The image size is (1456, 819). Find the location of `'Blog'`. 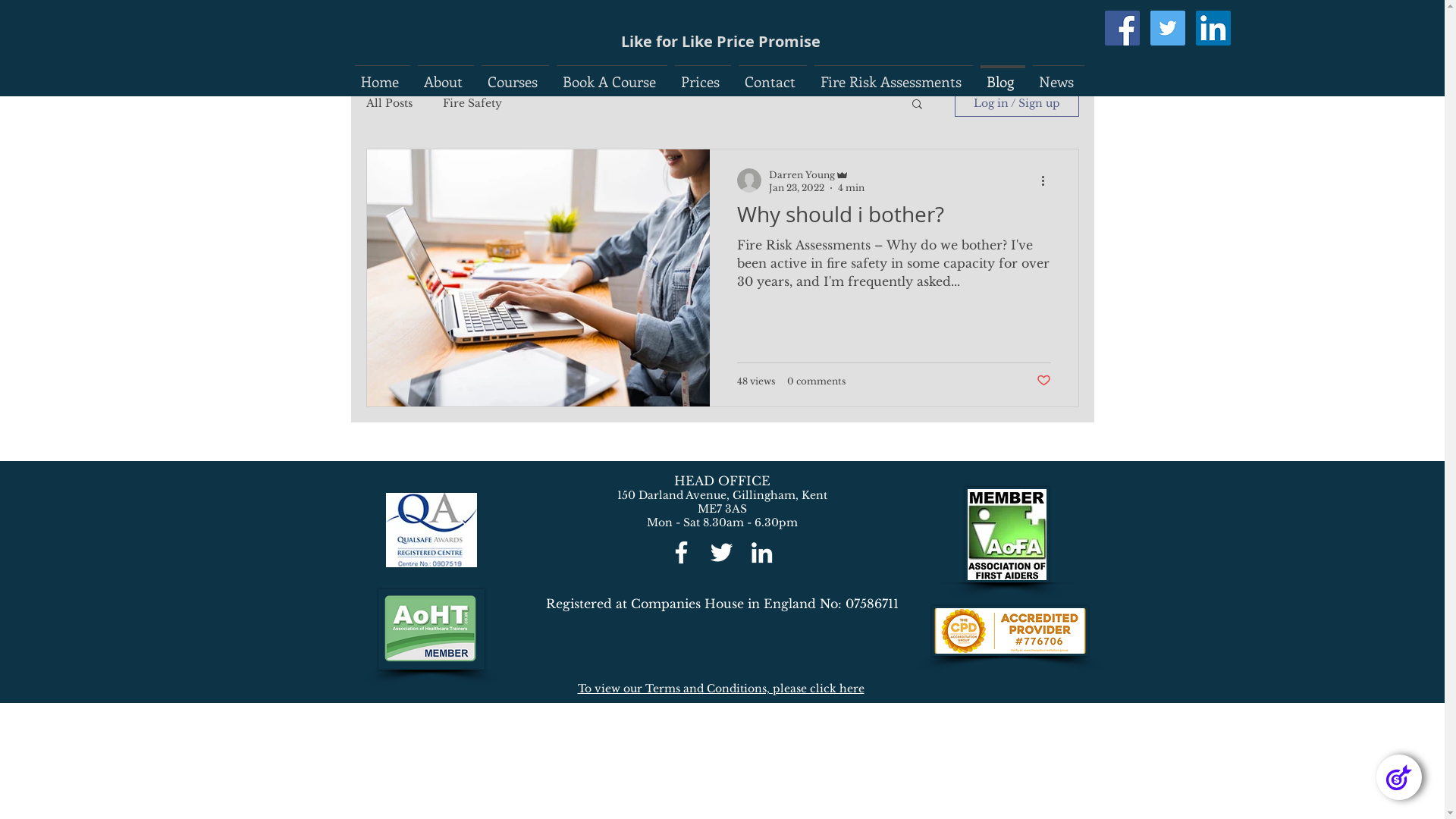

'Blog' is located at coordinates (1003, 74).